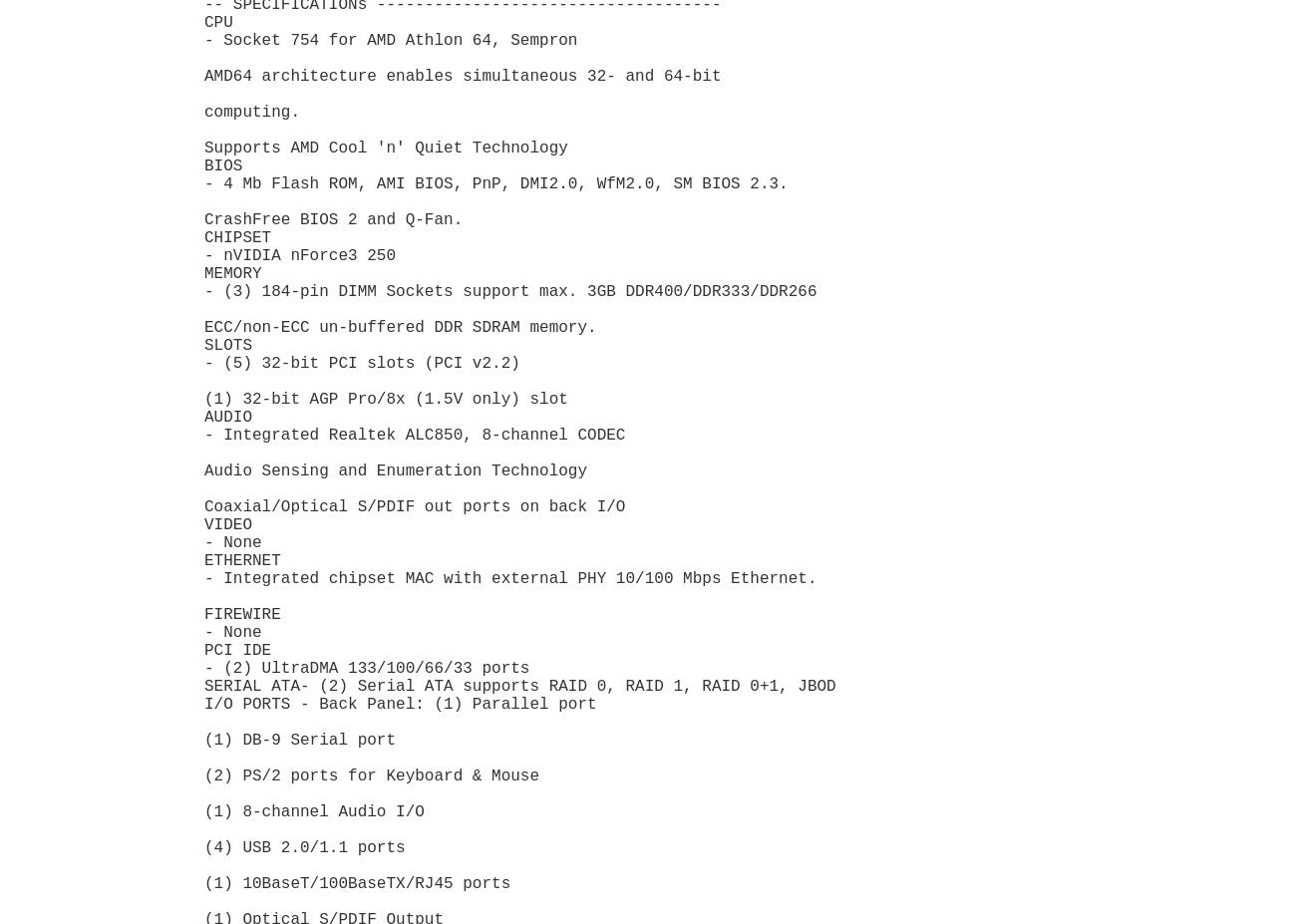 Image resolution: width=1296 pixels, height=924 pixels. What do you see at coordinates (366, 658) in the screenshot?
I see `'PCI IDE
- (2) UltraDMA 133/100/66/33 ports'` at bounding box center [366, 658].